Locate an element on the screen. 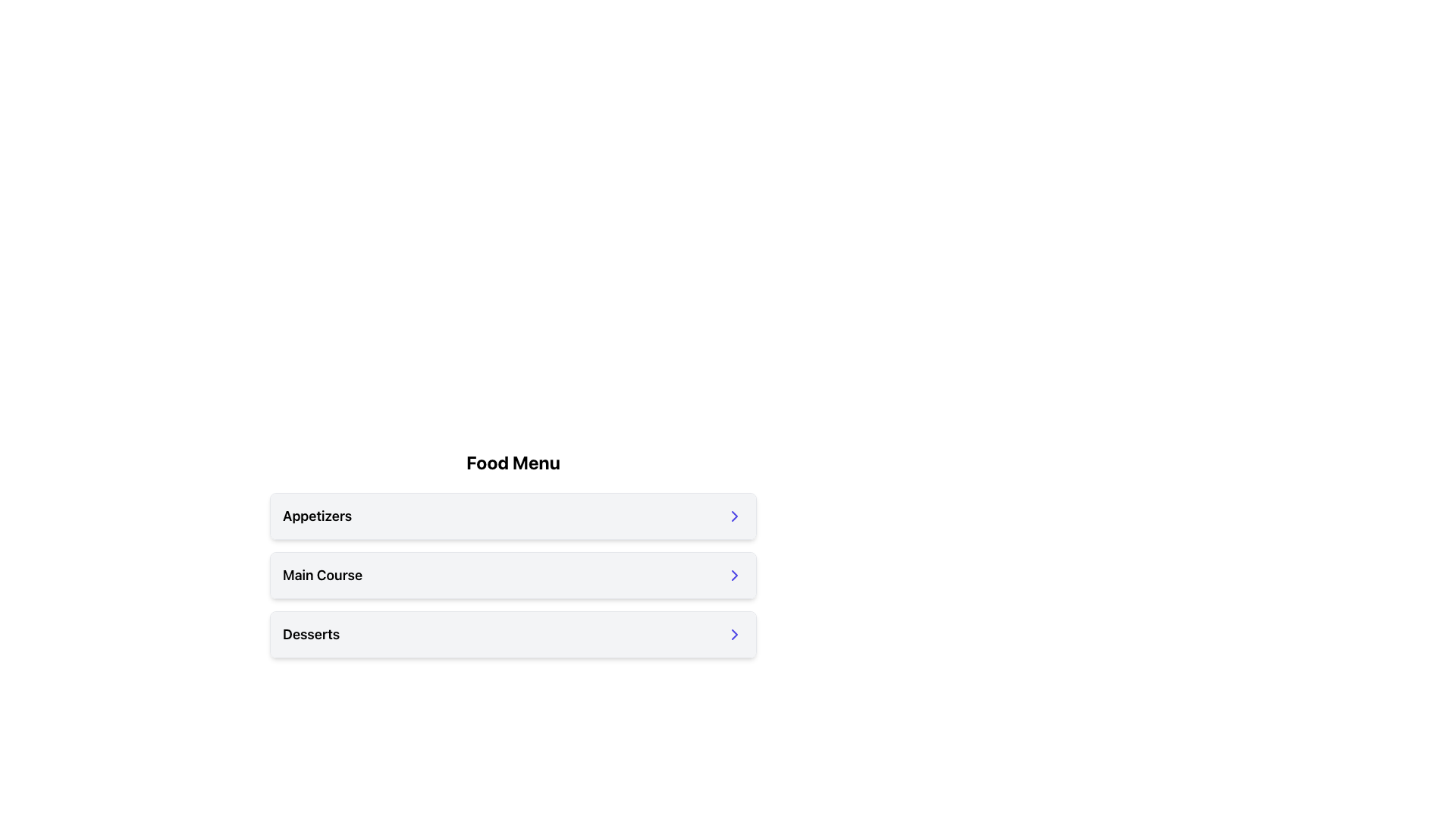 The image size is (1456, 819). the right-pointing indigo chevron icon located at the far right of the 'Appetizers' row is located at coordinates (735, 516).